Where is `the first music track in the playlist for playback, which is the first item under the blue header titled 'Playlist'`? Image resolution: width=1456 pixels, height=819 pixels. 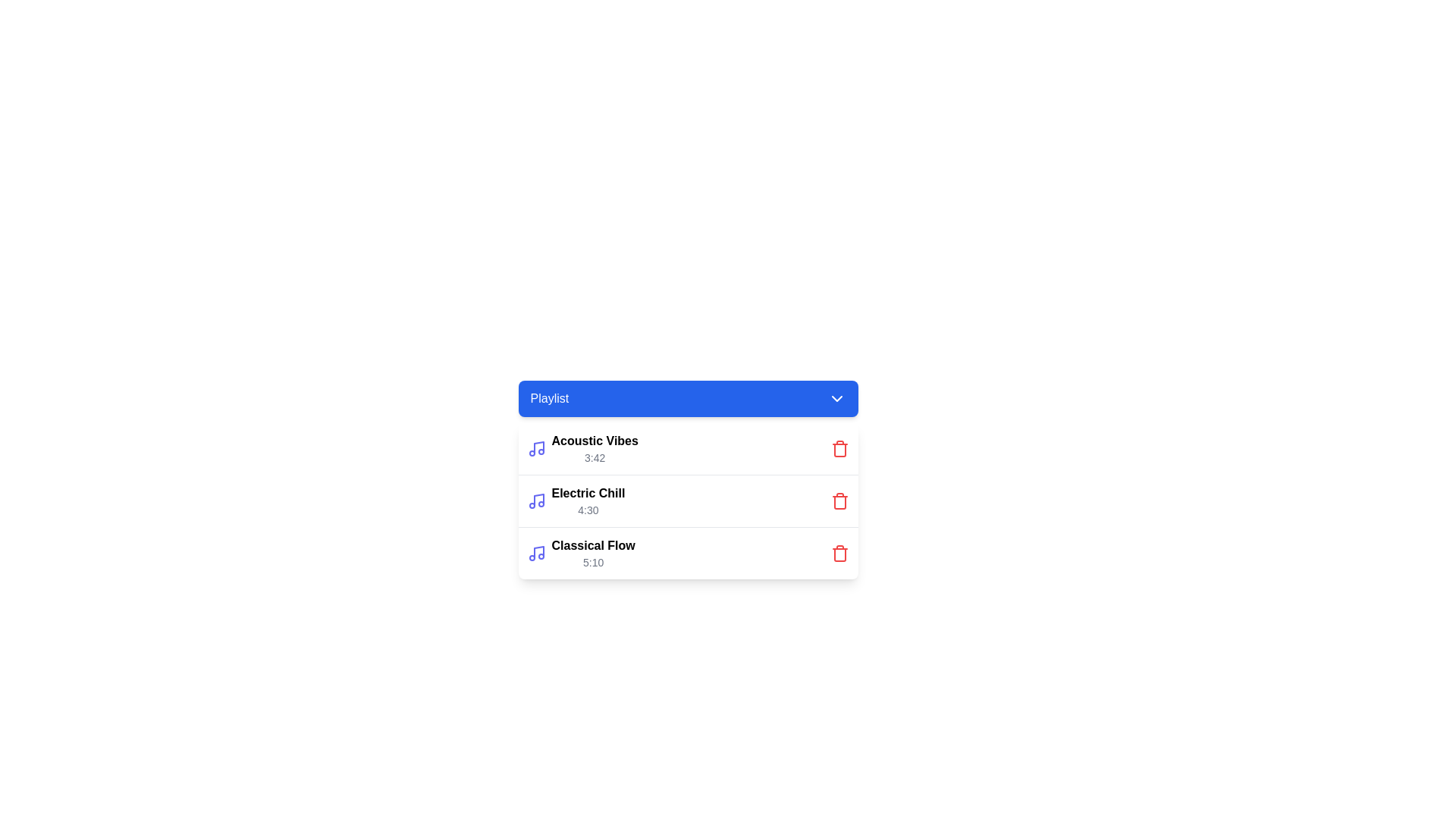
the first music track in the playlist for playback, which is the first item under the blue header titled 'Playlist' is located at coordinates (687, 447).